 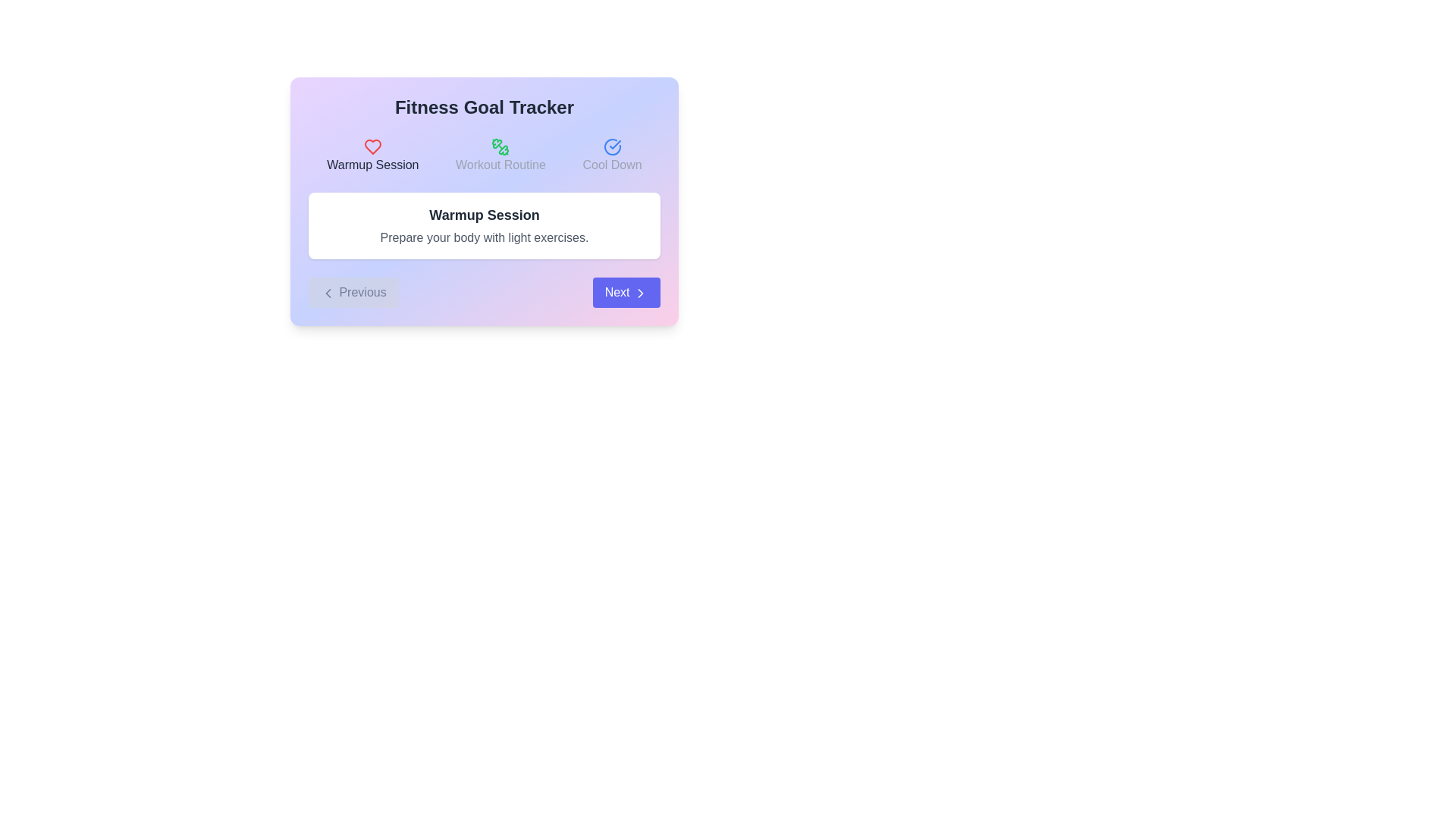 What do you see at coordinates (500, 155) in the screenshot?
I see `the 'Workout Routine' text label with a decorative green dumbbell icon` at bounding box center [500, 155].